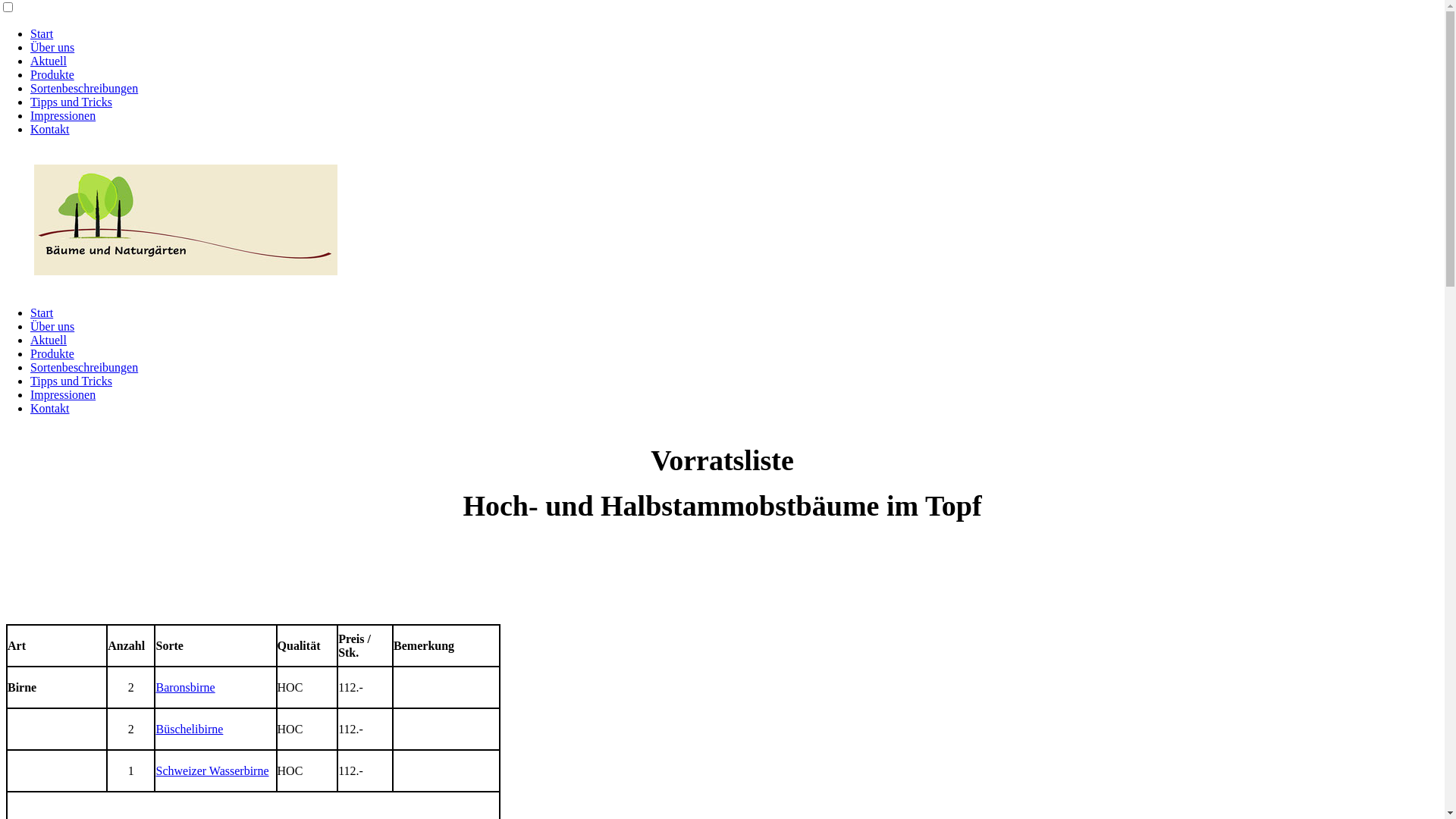 This screenshot has width=1456, height=819. I want to click on 'Schweizer Wasserbirne', so click(211, 770).